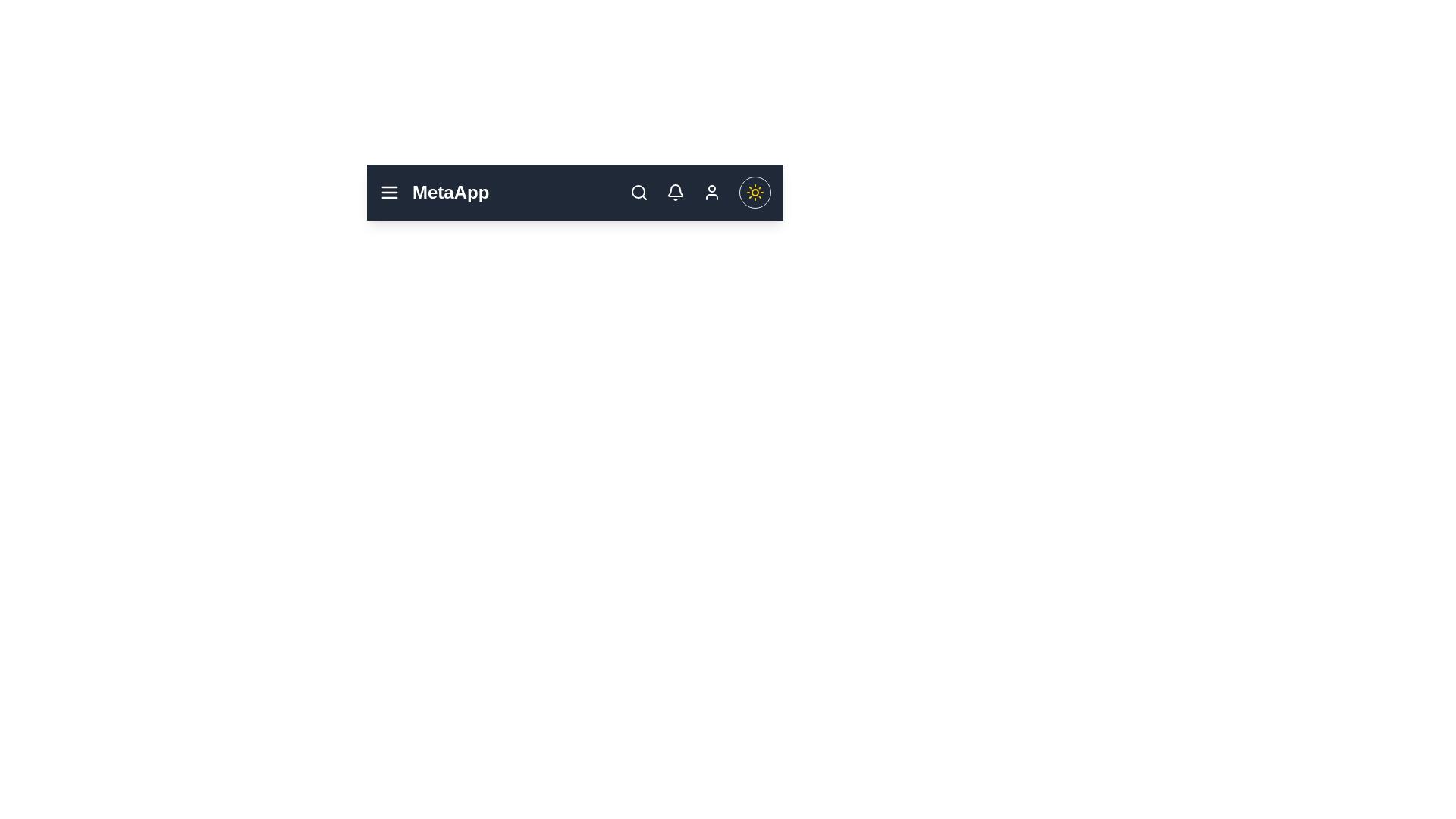 Image resolution: width=1456 pixels, height=819 pixels. Describe the element at coordinates (711, 192) in the screenshot. I see `the user icon to access user settings or profile` at that location.